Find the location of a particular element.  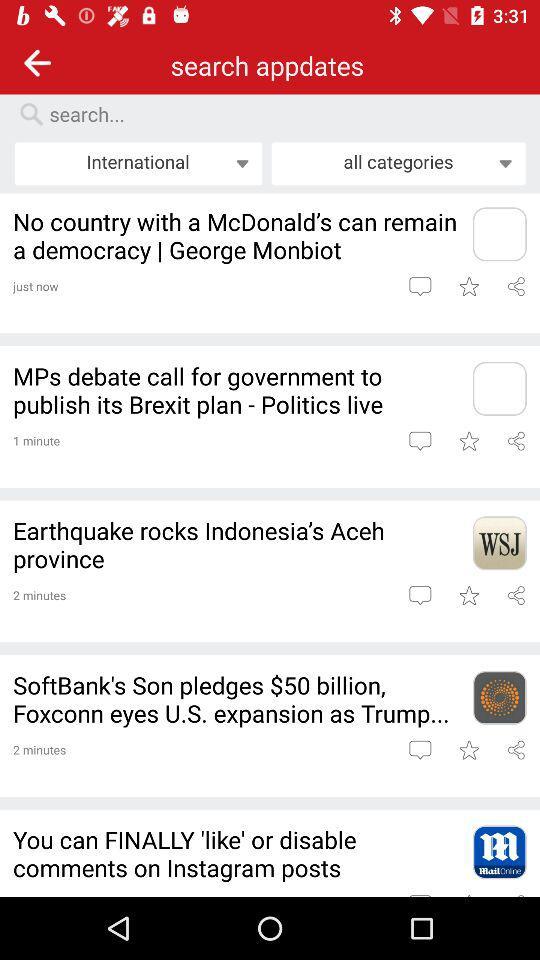

go to news site is located at coordinates (498, 387).